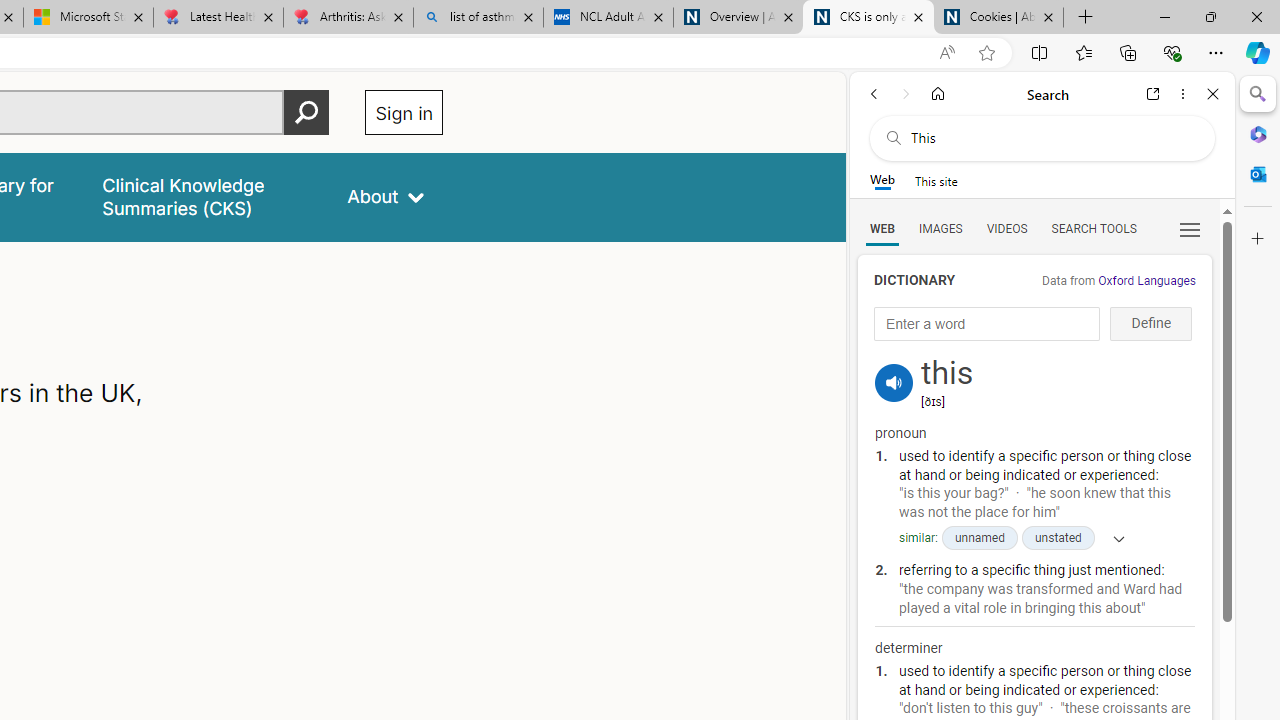  Describe the element at coordinates (1151, 323) in the screenshot. I see `'Define'` at that location.